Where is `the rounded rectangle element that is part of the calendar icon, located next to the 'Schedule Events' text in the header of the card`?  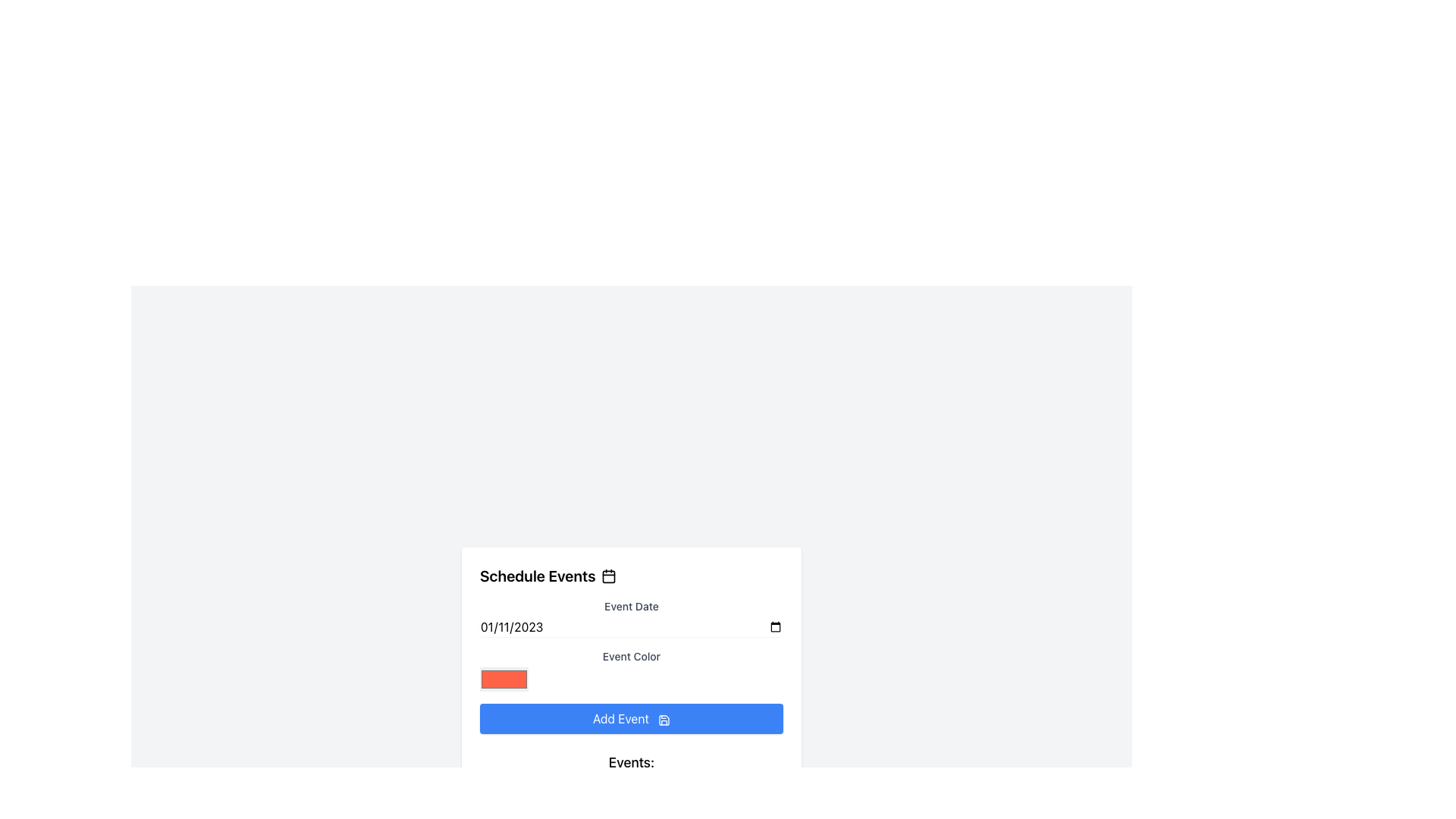 the rounded rectangle element that is part of the calendar icon, located next to the 'Schedule Events' text in the header of the card is located at coordinates (609, 576).